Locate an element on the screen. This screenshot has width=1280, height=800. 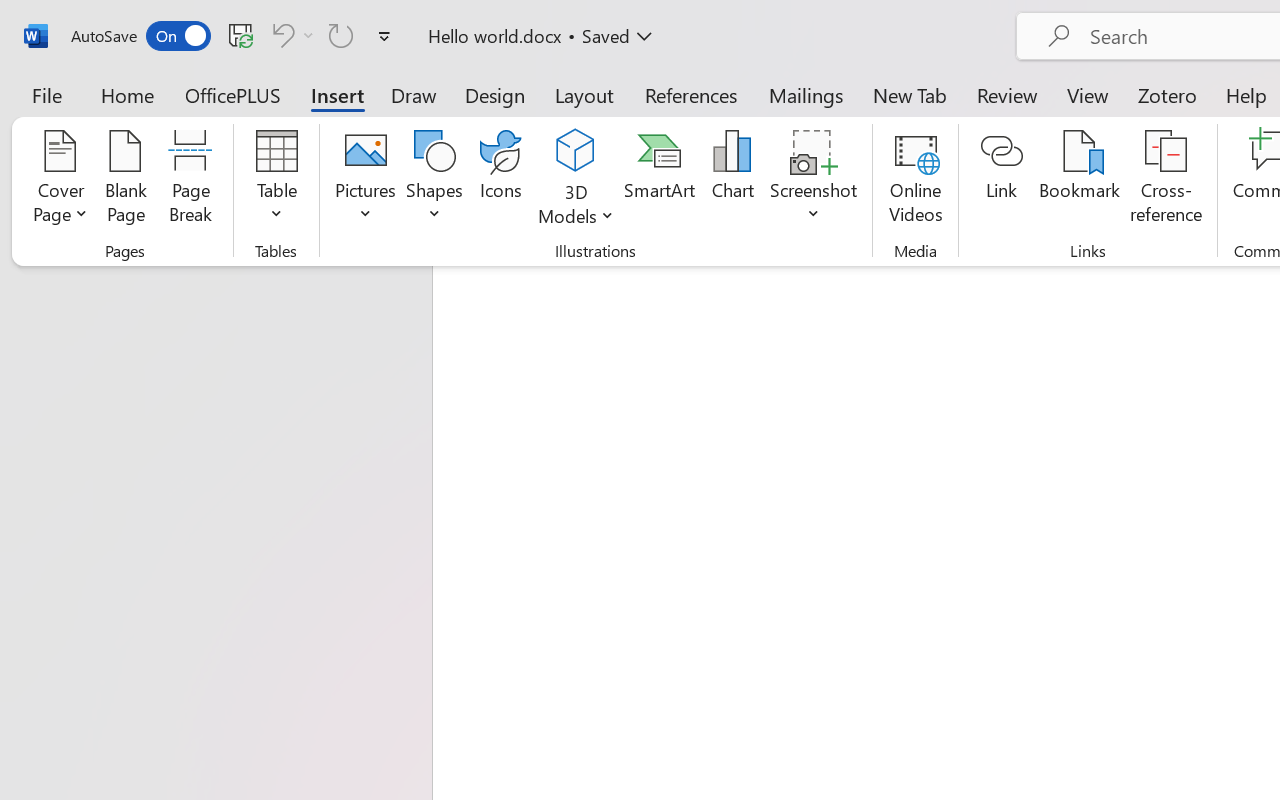
'Draw' is located at coordinates (413, 94).